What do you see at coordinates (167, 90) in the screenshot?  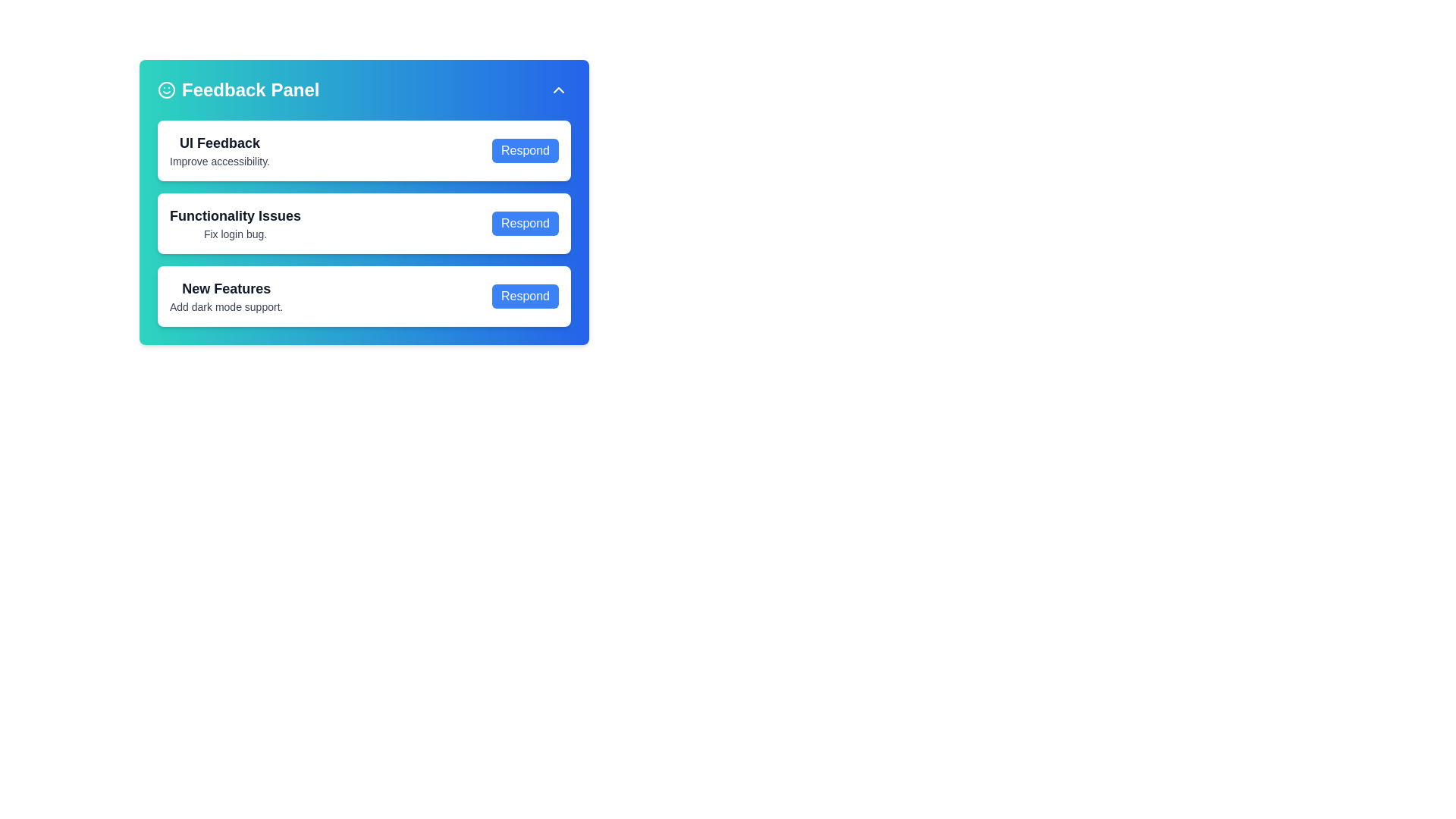 I see `the illustrative icon located in the 'Feedback Panel' header, which represents positivity or feedback and is positioned to the left of the text 'Feedback Panel'` at bounding box center [167, 90].